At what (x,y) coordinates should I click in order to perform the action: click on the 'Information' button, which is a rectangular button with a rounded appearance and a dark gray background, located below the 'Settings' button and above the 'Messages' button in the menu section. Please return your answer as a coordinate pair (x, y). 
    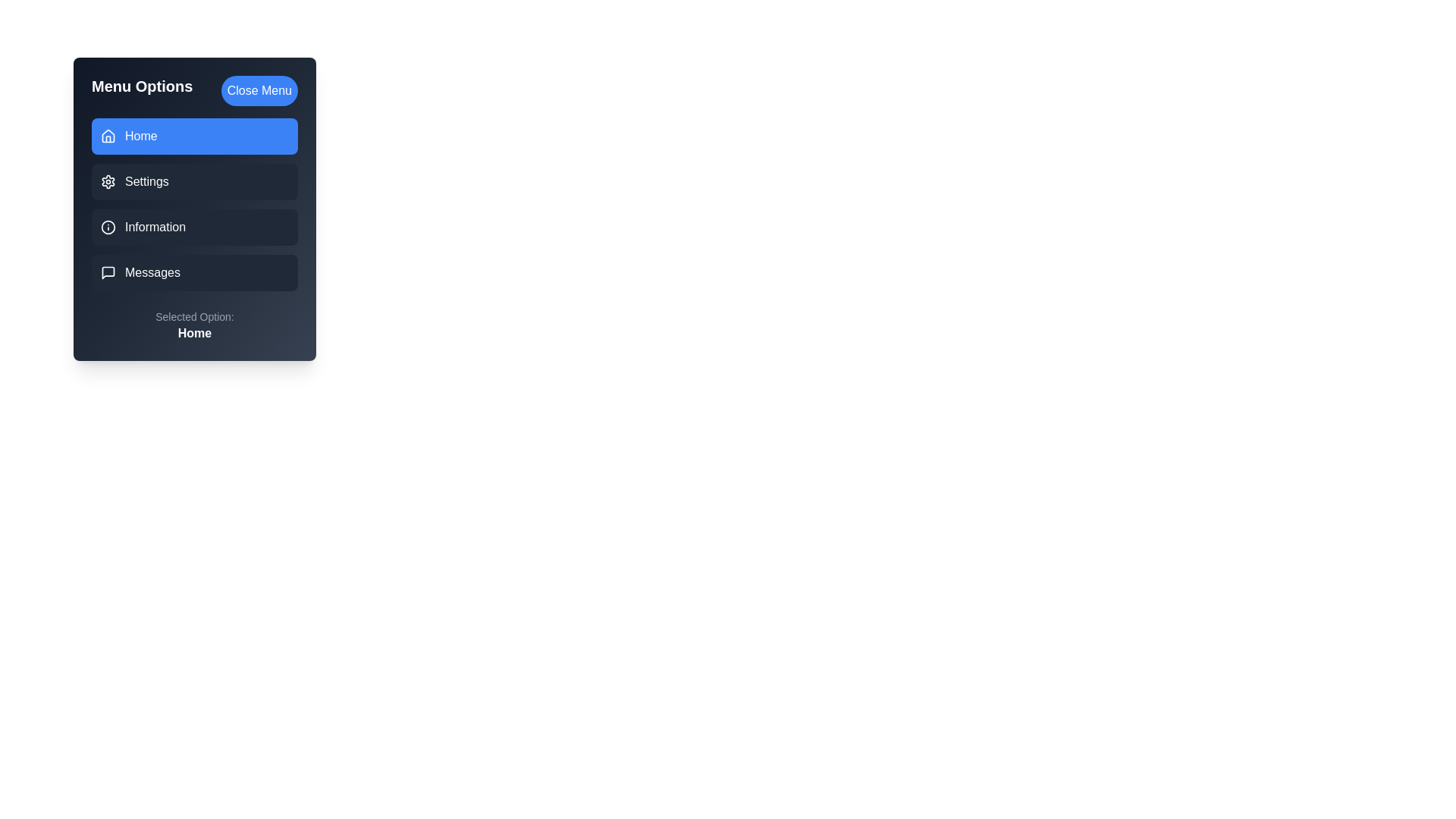
    Looking at the image, I should click on (194, 227).